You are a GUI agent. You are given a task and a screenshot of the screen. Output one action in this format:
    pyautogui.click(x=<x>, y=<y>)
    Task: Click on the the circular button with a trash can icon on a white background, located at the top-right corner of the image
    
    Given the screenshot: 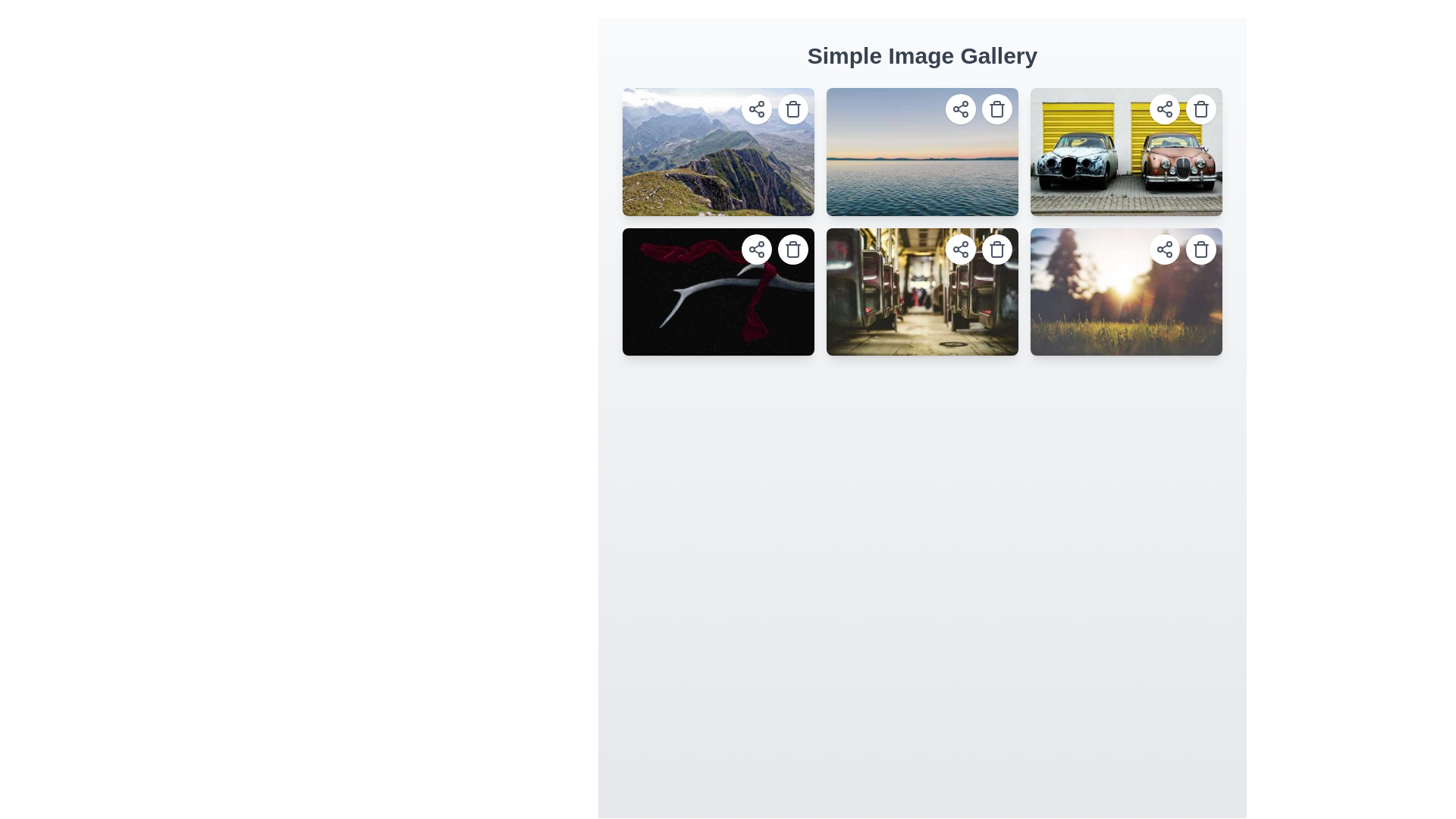 What is the action you would take?
    pyautogui.click(x=775, y=247)
    